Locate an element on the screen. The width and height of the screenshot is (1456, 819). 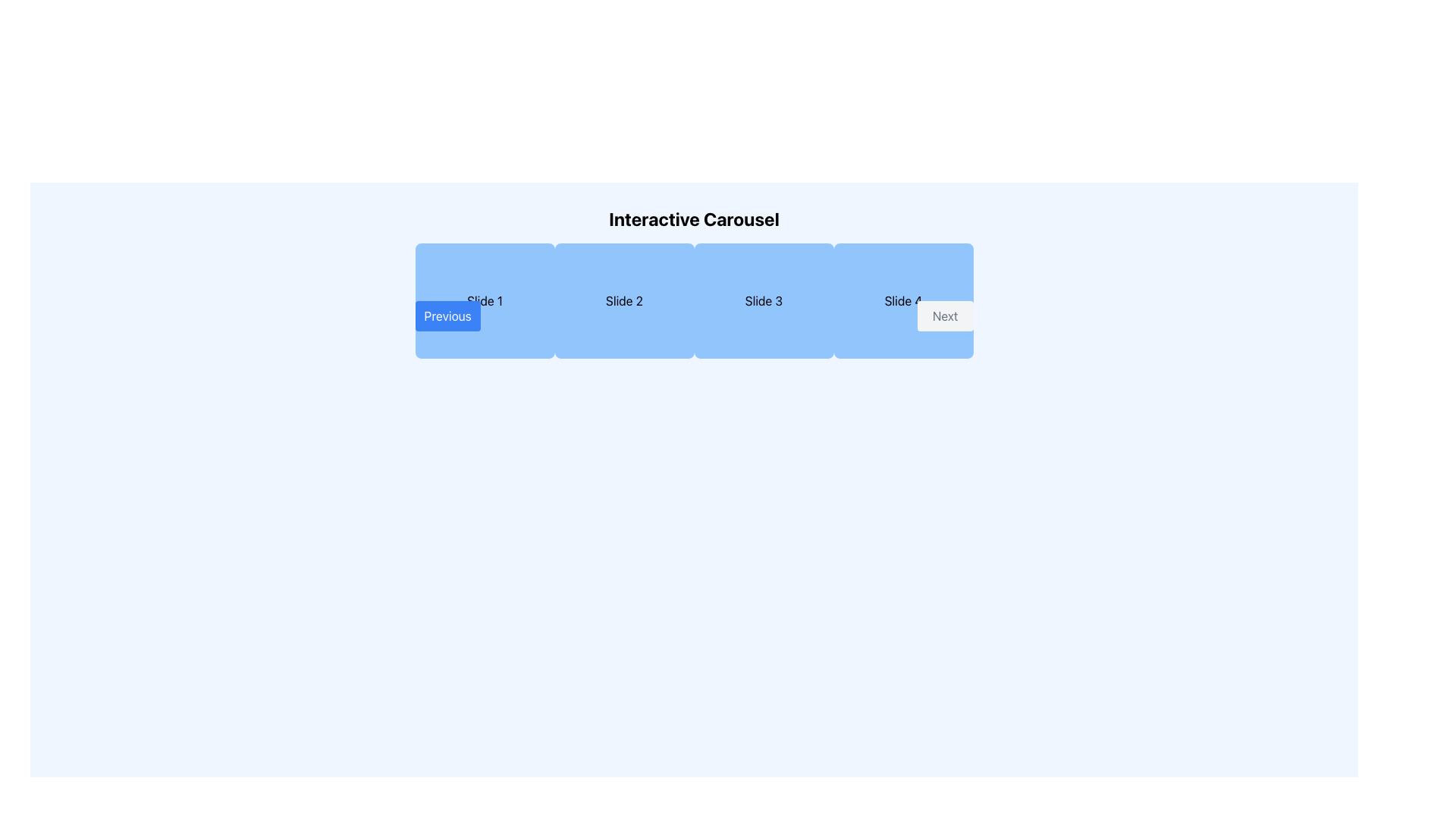
the text element displaying 'Interactive Carousel', which is prominently positioned at the top-center of the page and serves as the section title is located at coordinates (693, 219).